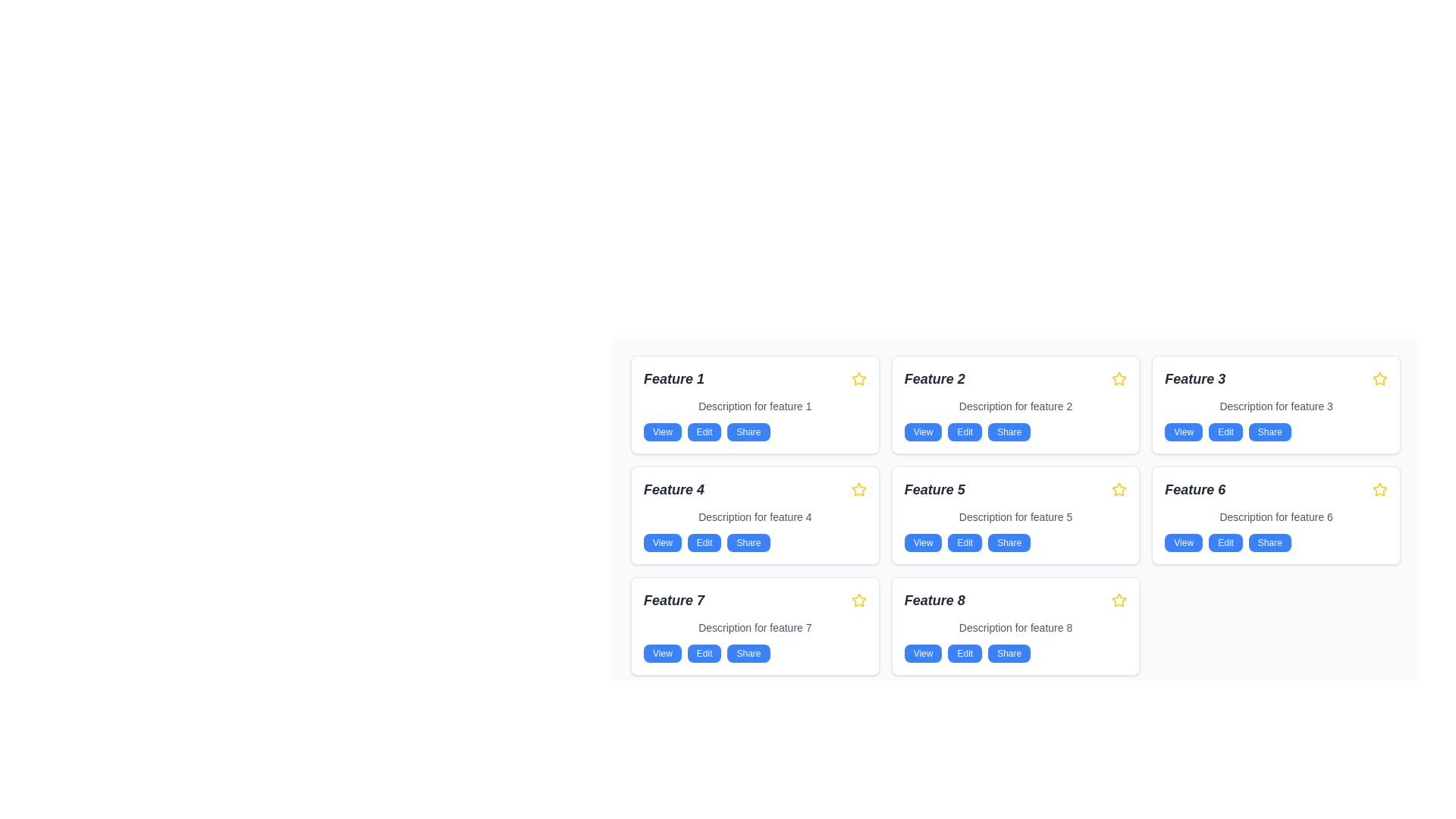  I want to click on the star icon that serves as a favorite or rating indicator for the 'Feature 3' card located in the first row, third column of the grid, so click(1379, 378).